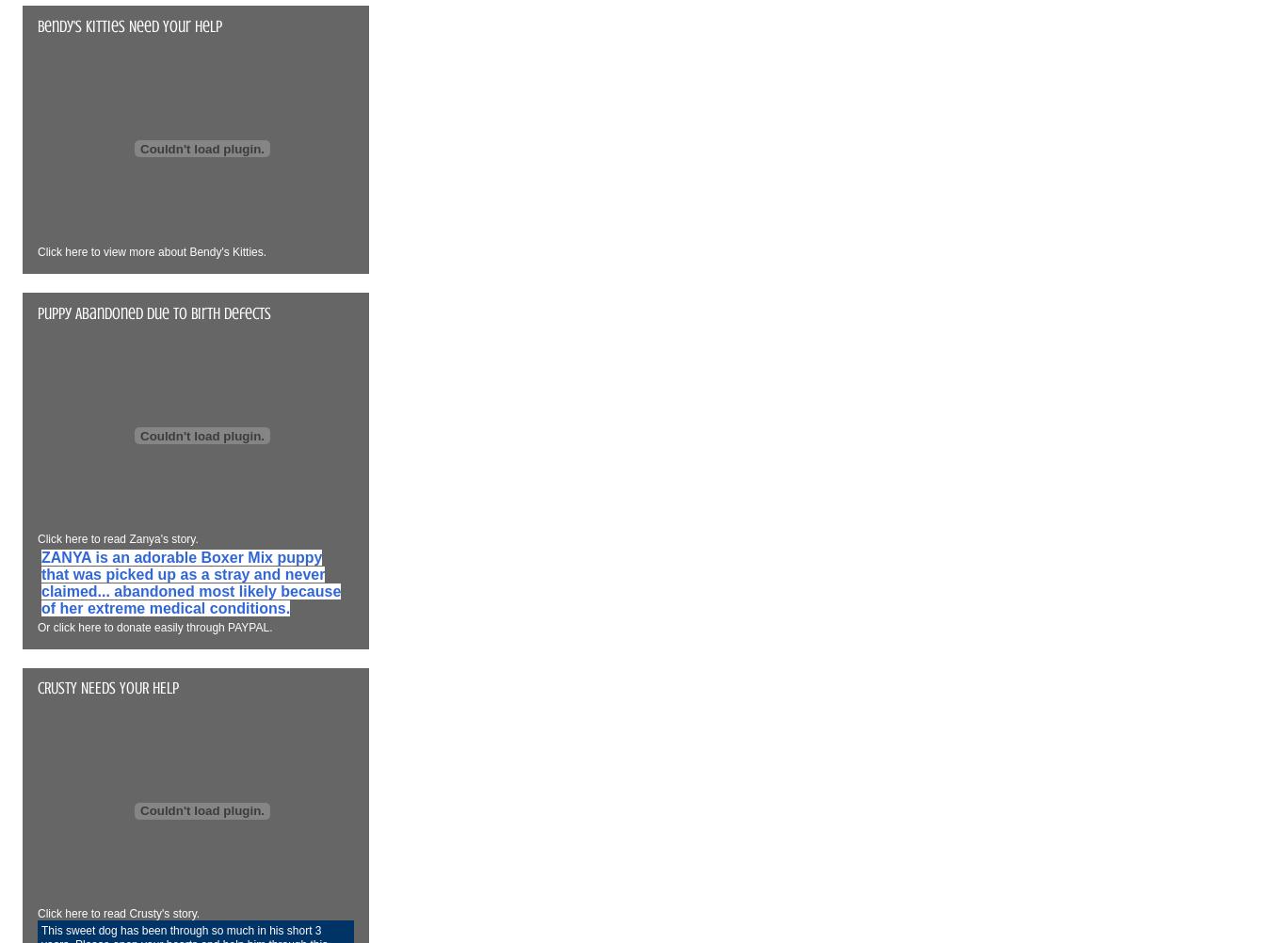 This screenshot has width=1288, height=943. What do you see at coordinates (154, 311) in the screenshot?
I see `'Puppy Abandoned Due to Birth Defects'` at bounding box center [154, 311].